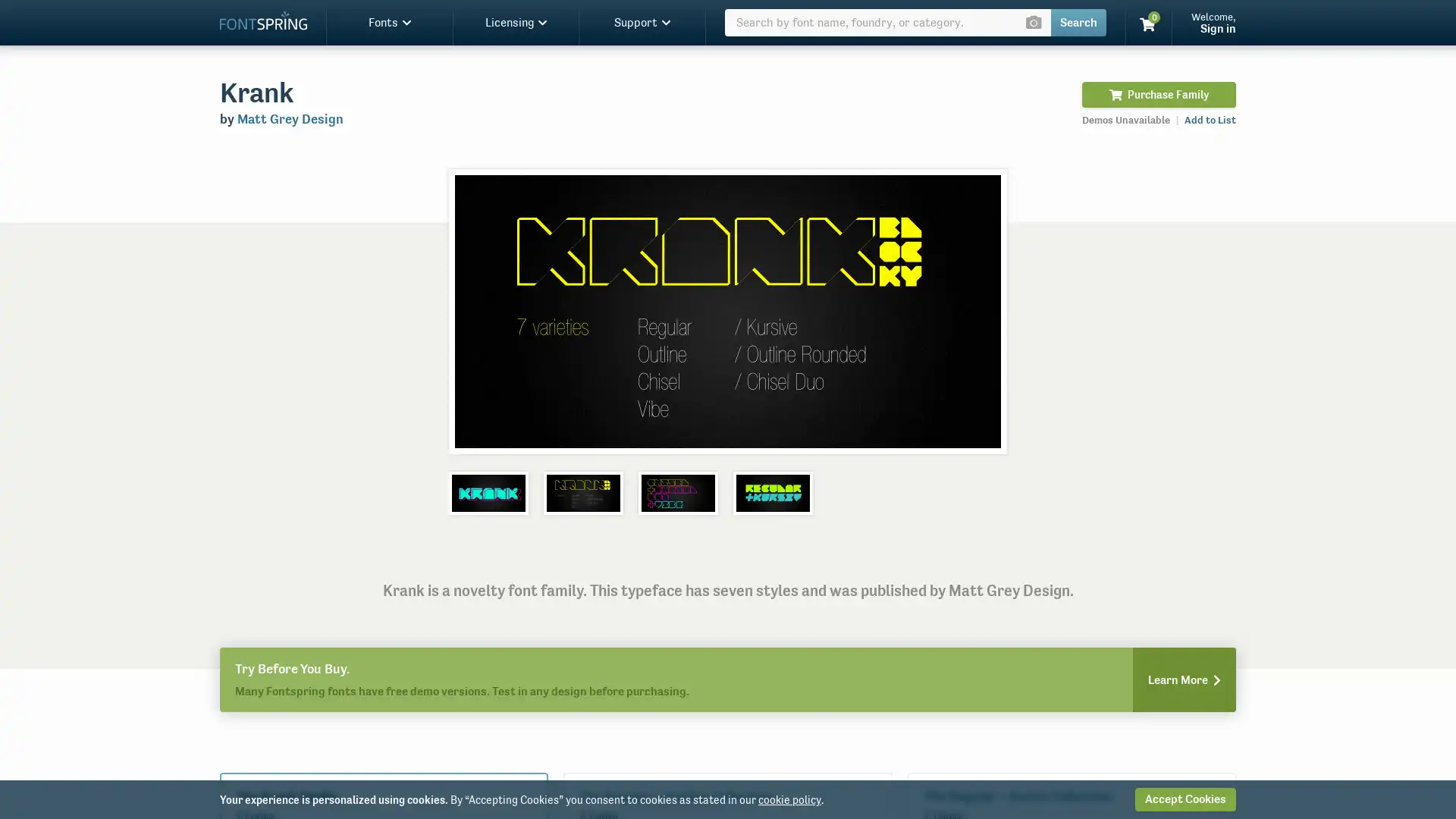  Describe the element at coordinates (475, 311) in the screenshot. I see `Previous slide` at that location.